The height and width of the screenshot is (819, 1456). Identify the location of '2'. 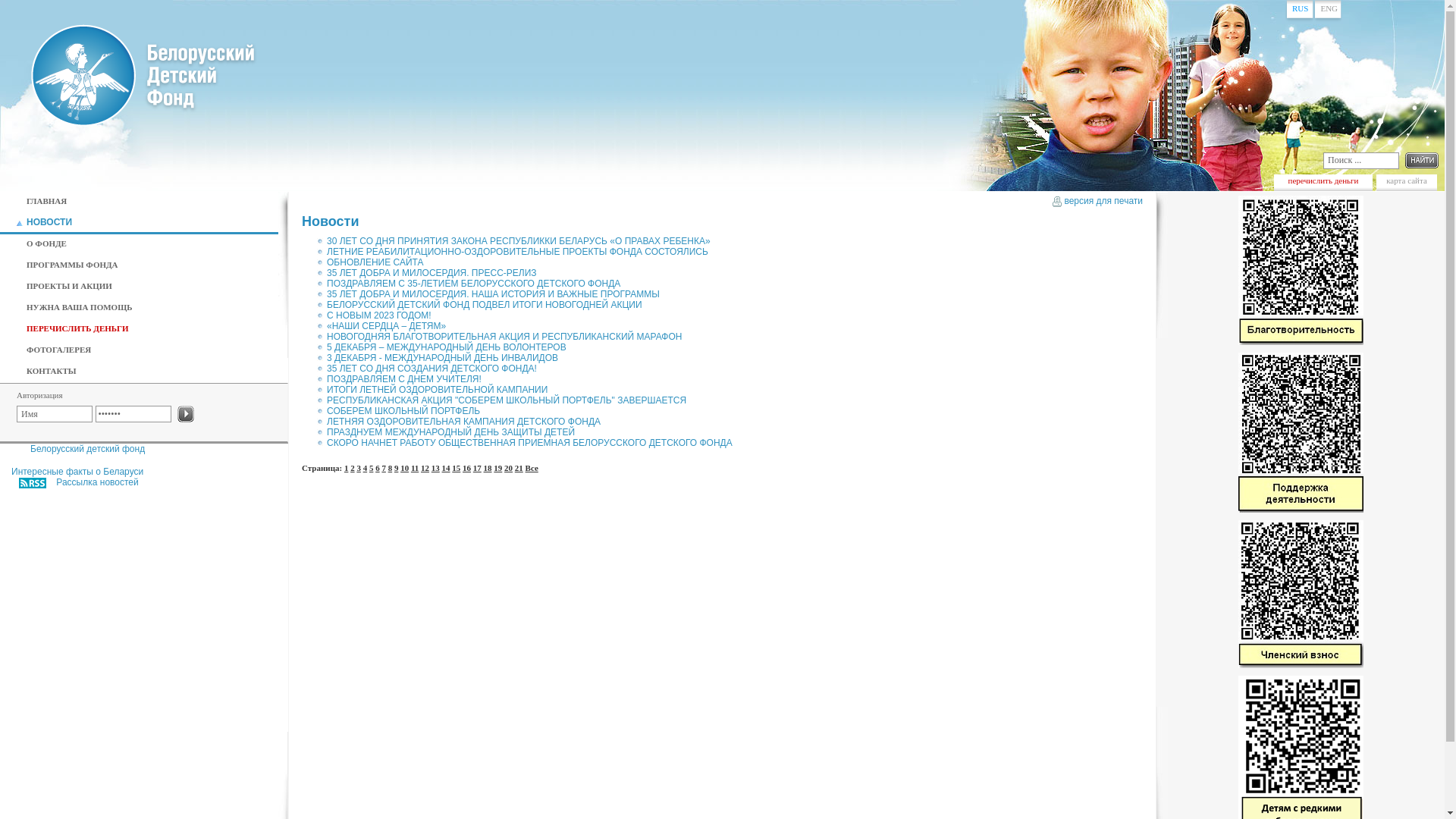
(352, 463).